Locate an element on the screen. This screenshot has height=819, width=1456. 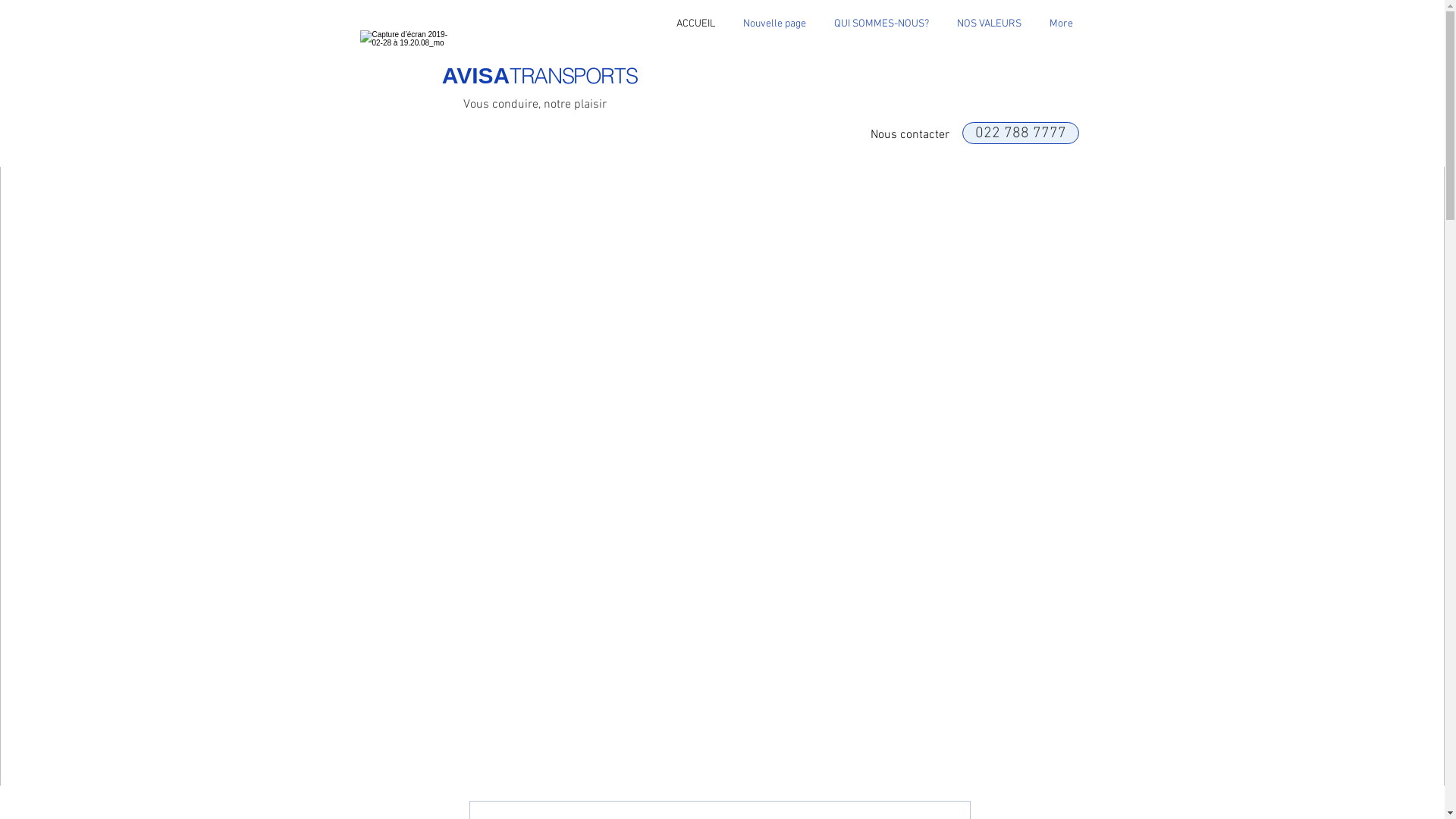
'AVISA' is located at coordinates (441, 75).